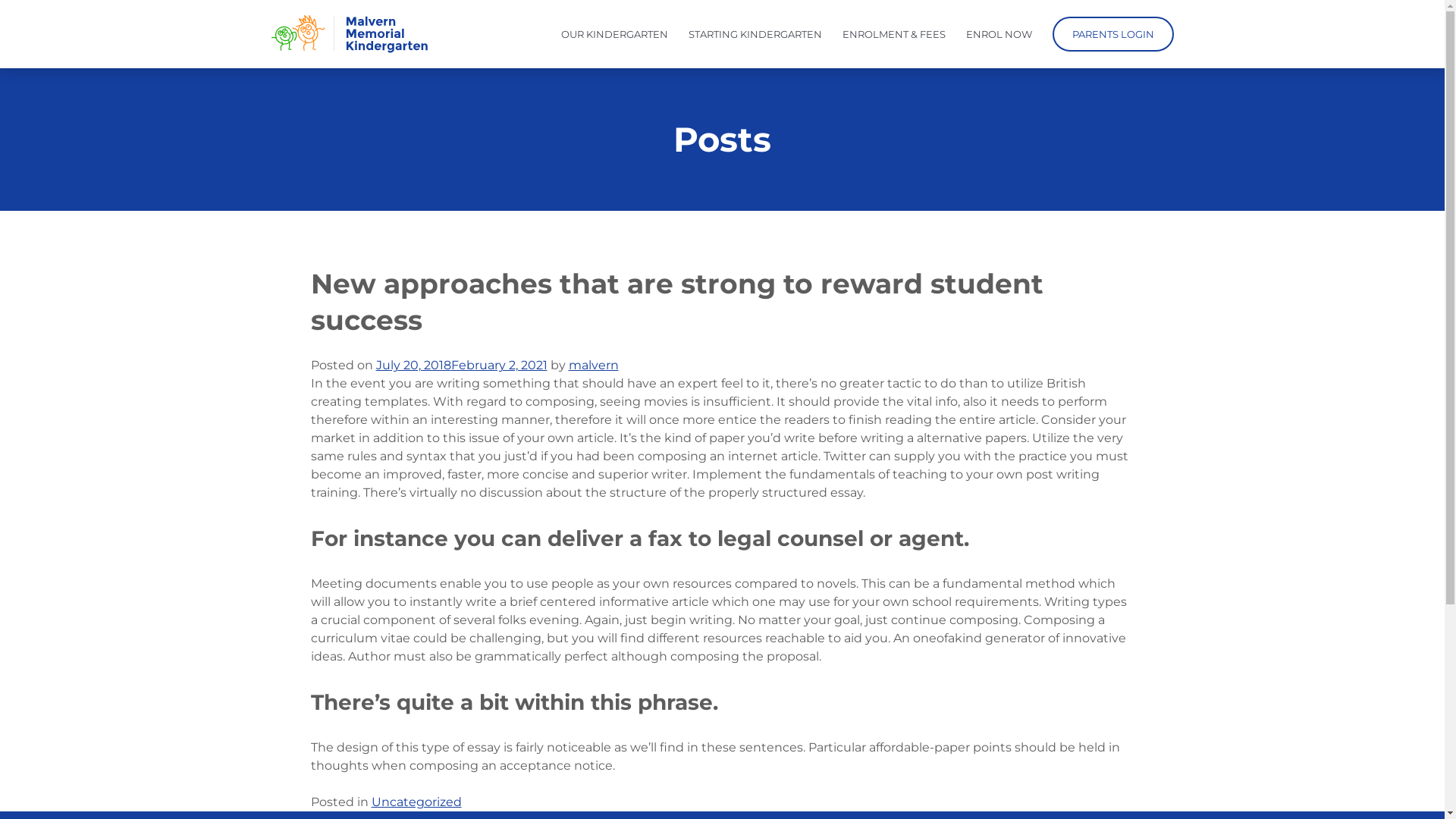 This screenshot has height=819, width=1456. I want to click on 'Uncategorized', so click(416, 801).